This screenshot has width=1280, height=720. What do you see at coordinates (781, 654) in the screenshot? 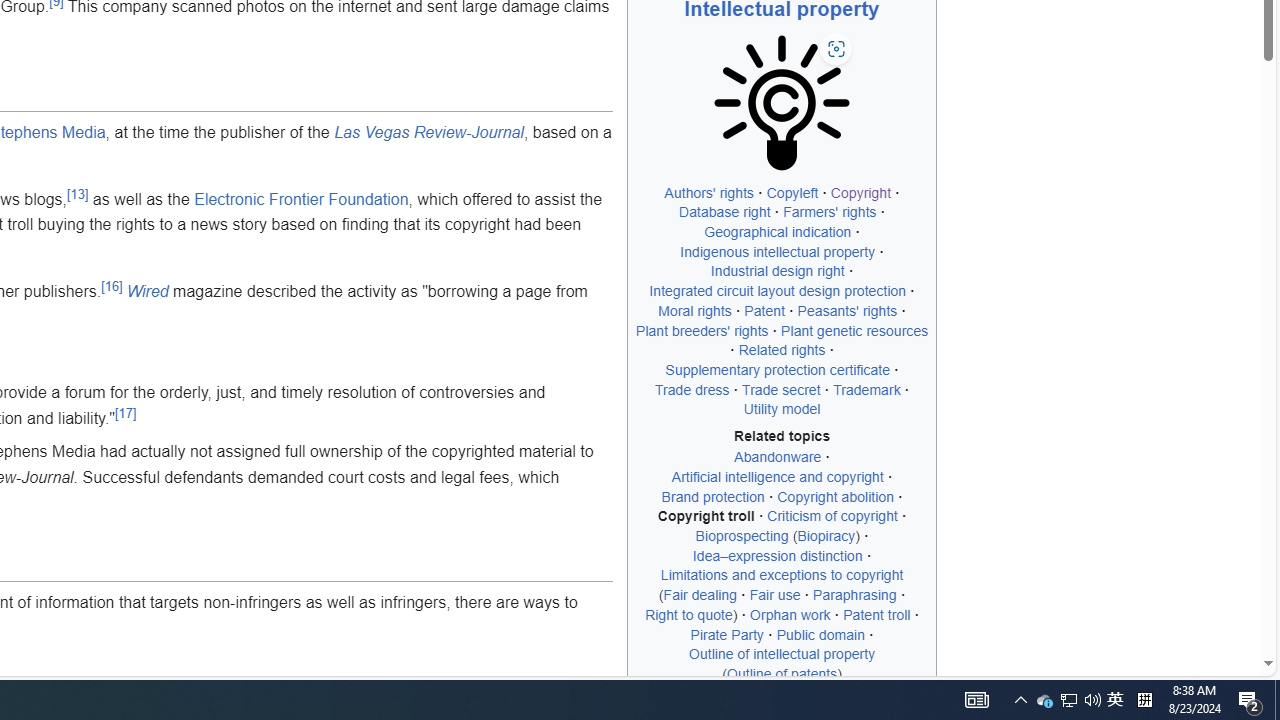
I see `'Outline of intellectual property'` at bounding box center [781, 654].